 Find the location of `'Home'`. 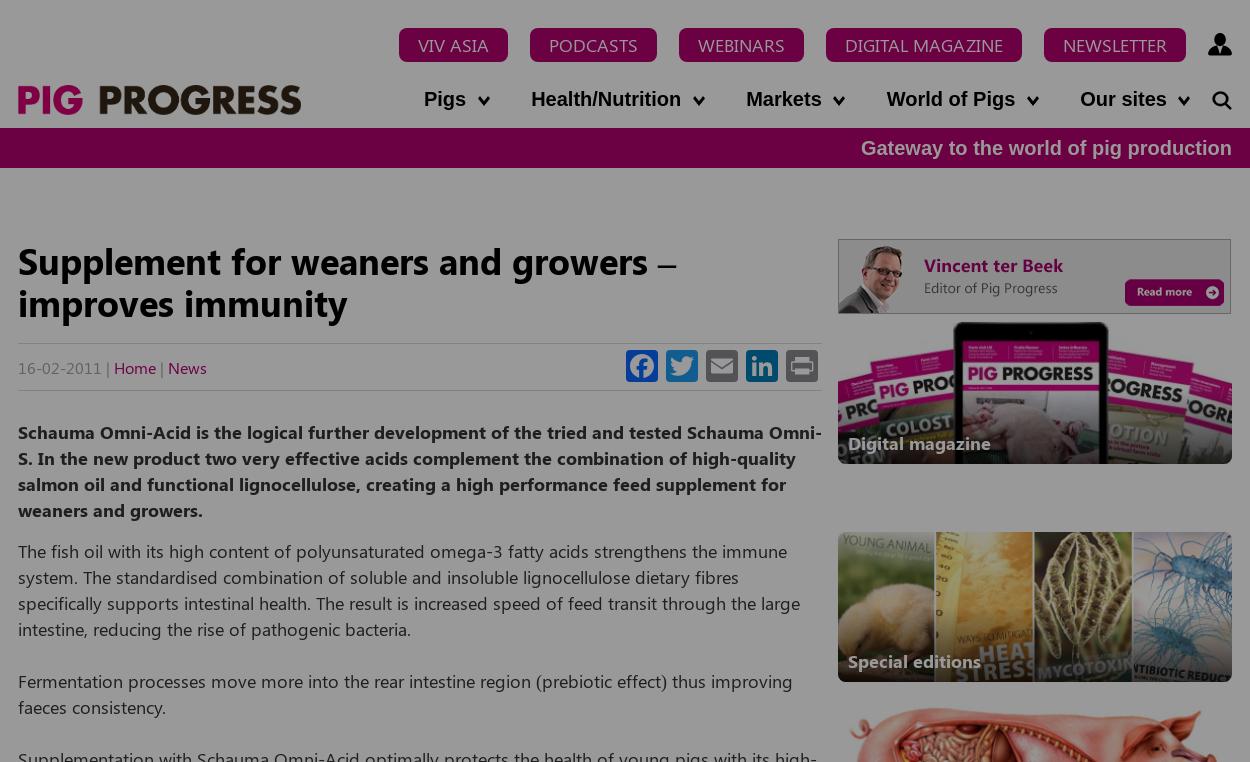

'Home' is located at coordinates (135, 366).